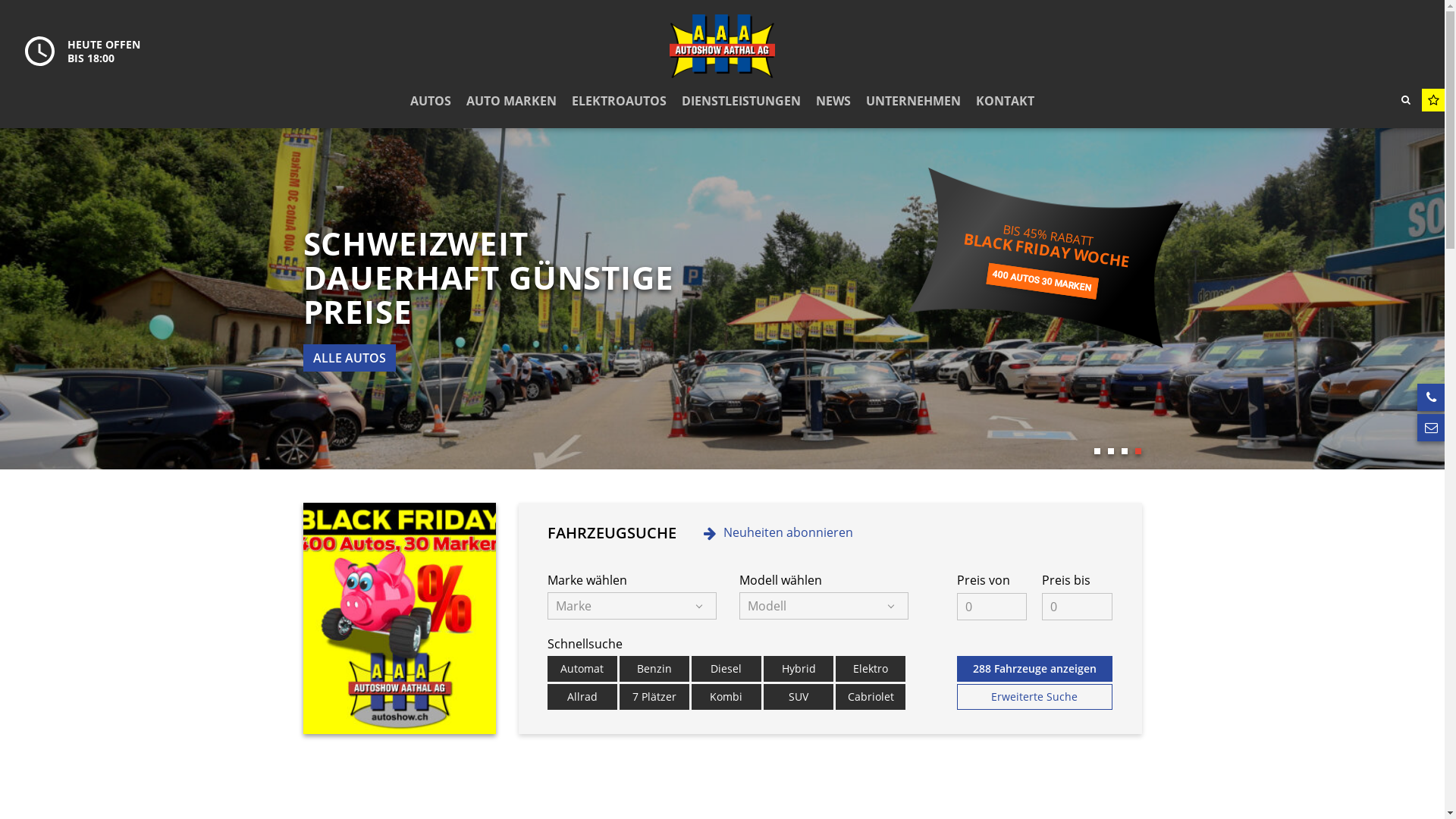 Image resolution: width=1456 pixels, height=819 pixels. I want to click on '4', so click(1137, 450).